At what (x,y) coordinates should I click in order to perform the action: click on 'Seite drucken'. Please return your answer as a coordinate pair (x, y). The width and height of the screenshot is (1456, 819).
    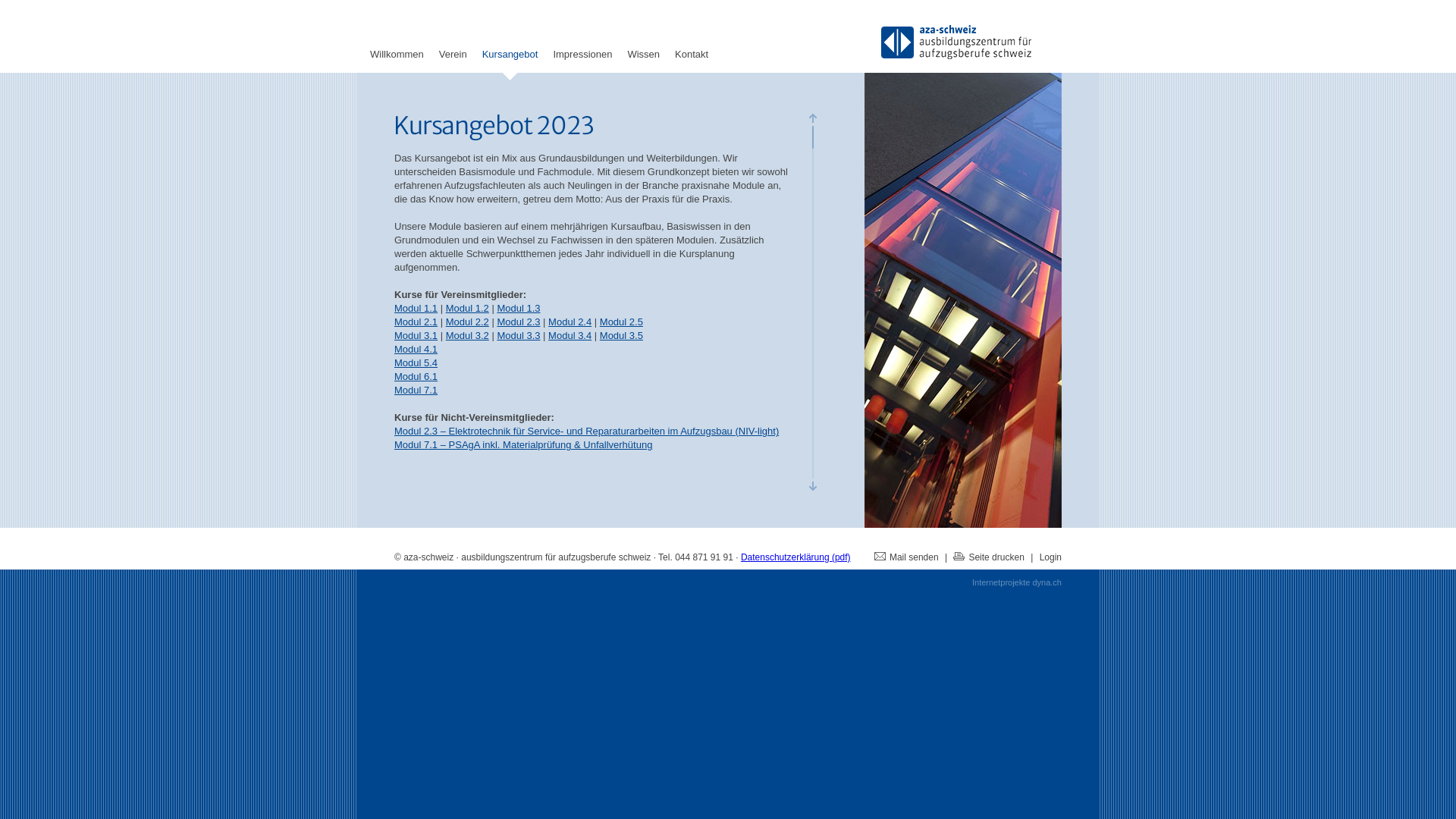
    Looking at the image, I should click on (988, 557).